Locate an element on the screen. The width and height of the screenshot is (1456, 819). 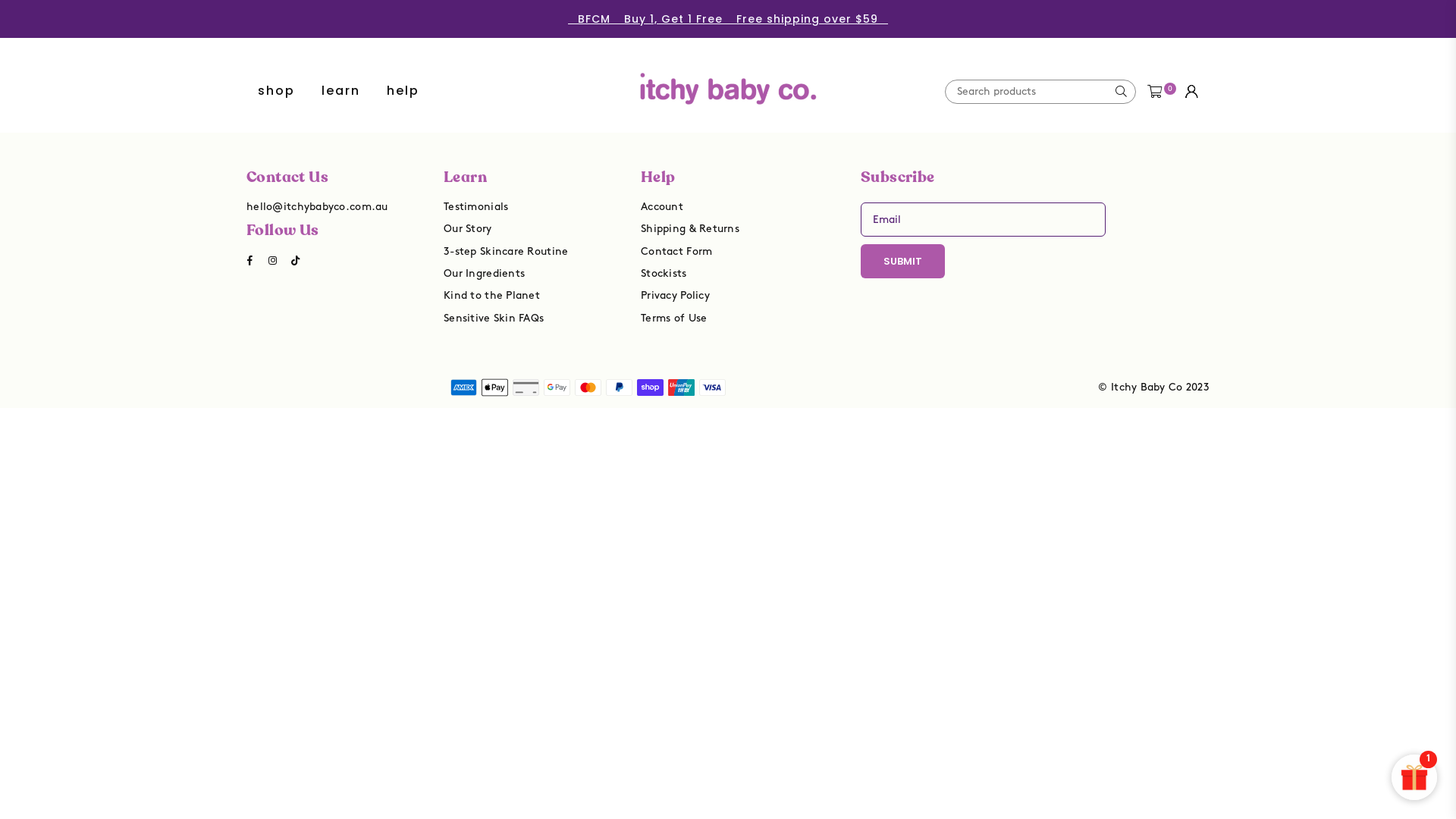
'0' is located at coordinates (1153, 91).